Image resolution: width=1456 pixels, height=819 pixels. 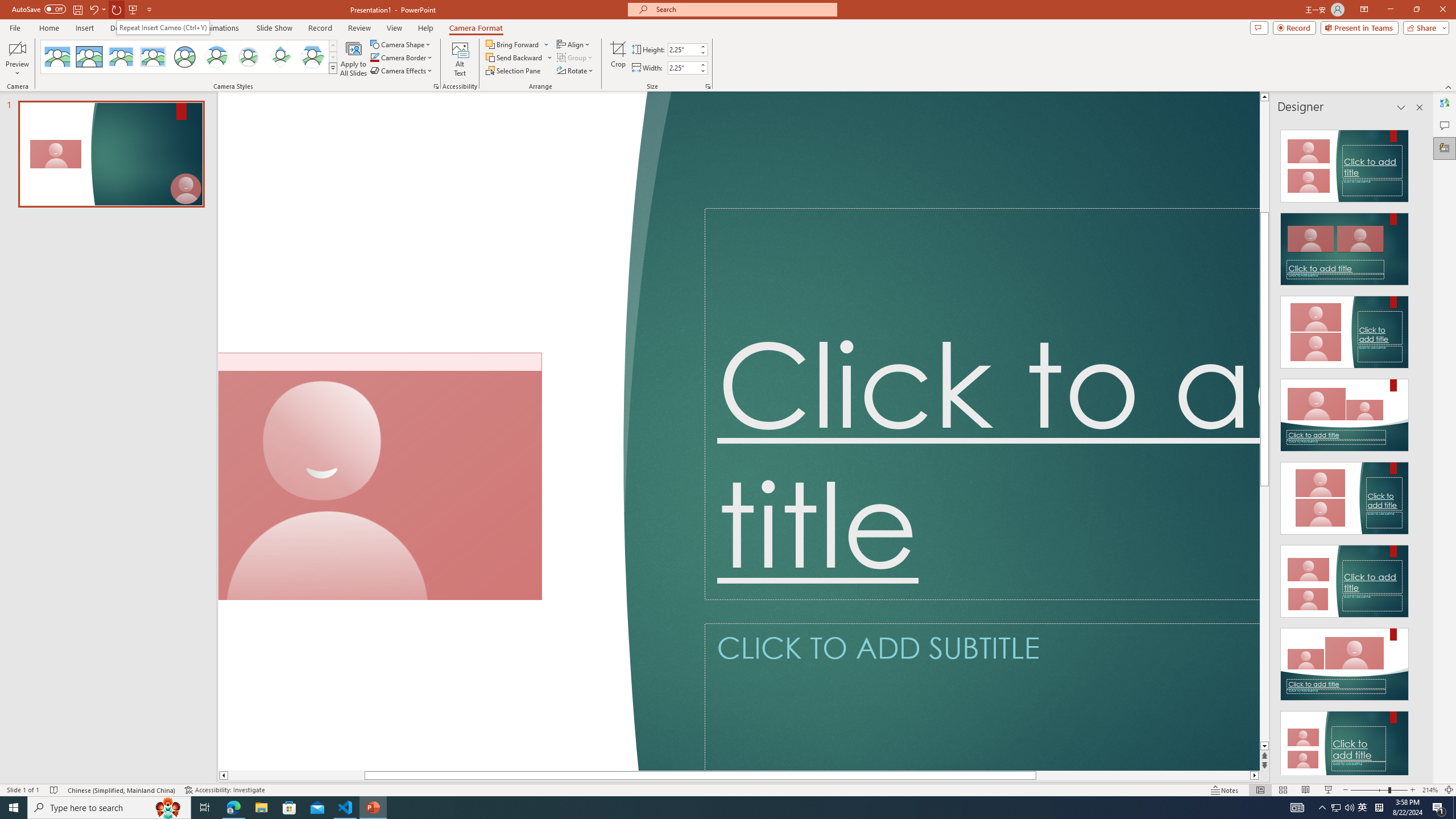 What do you see at coordinates (39, 9) in the screenshot?
I see `'AutoSave'` at bounding box center [39, 9].